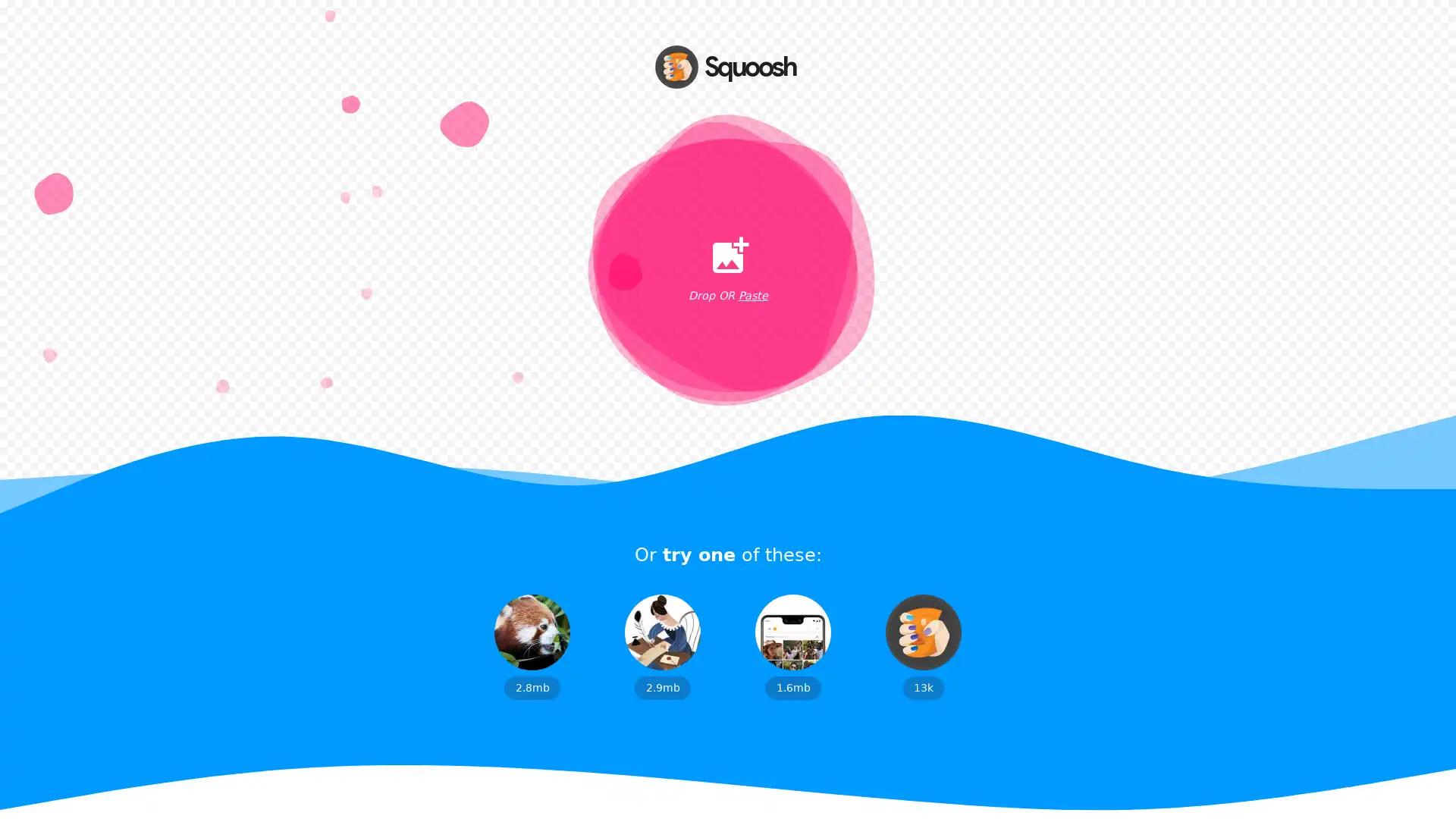  I want to click on Artwork 2.9mb, so click(662, 646).